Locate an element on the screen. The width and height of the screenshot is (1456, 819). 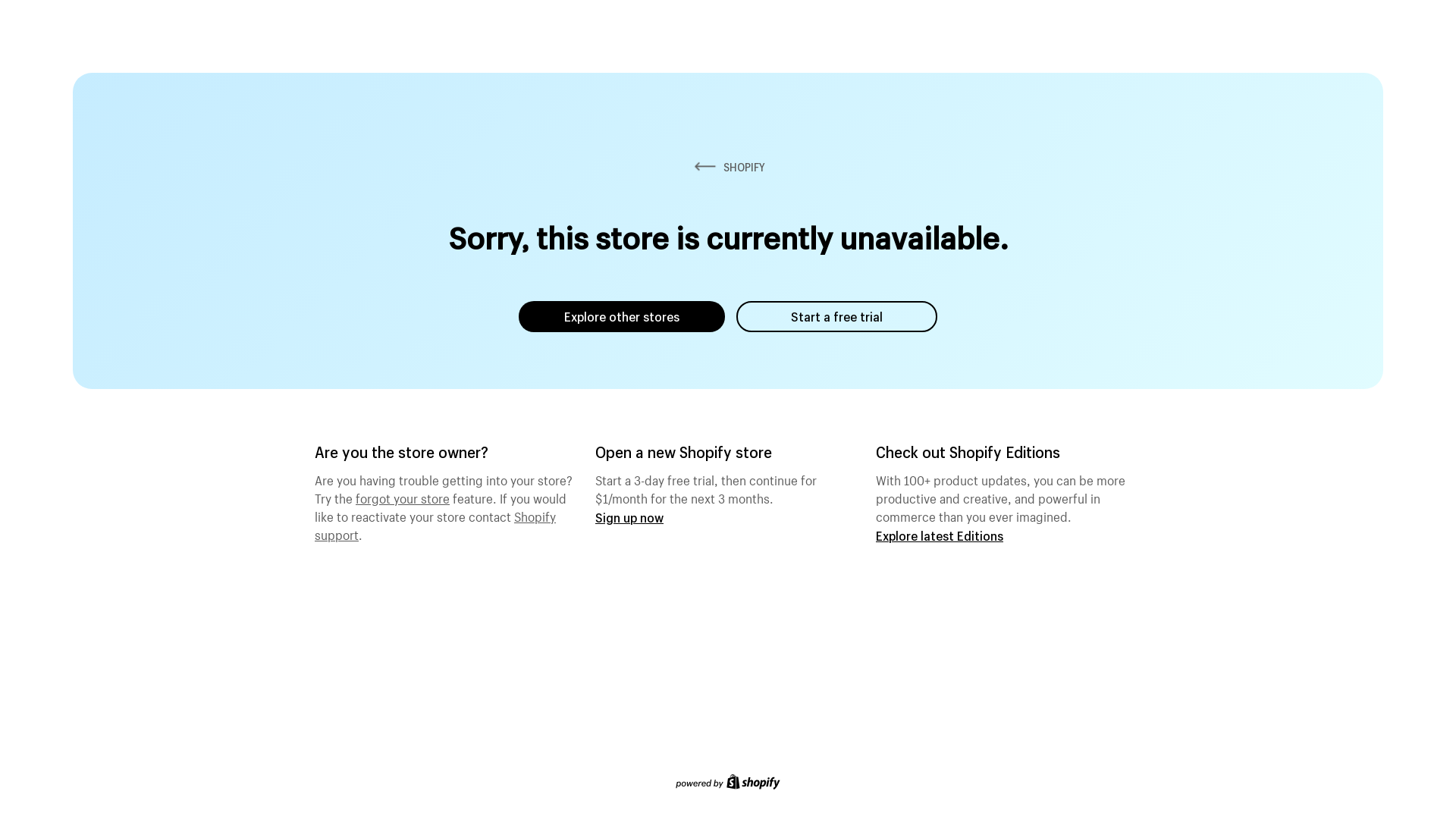
'Explore latest Editions' is located at coordinates (938, 535).